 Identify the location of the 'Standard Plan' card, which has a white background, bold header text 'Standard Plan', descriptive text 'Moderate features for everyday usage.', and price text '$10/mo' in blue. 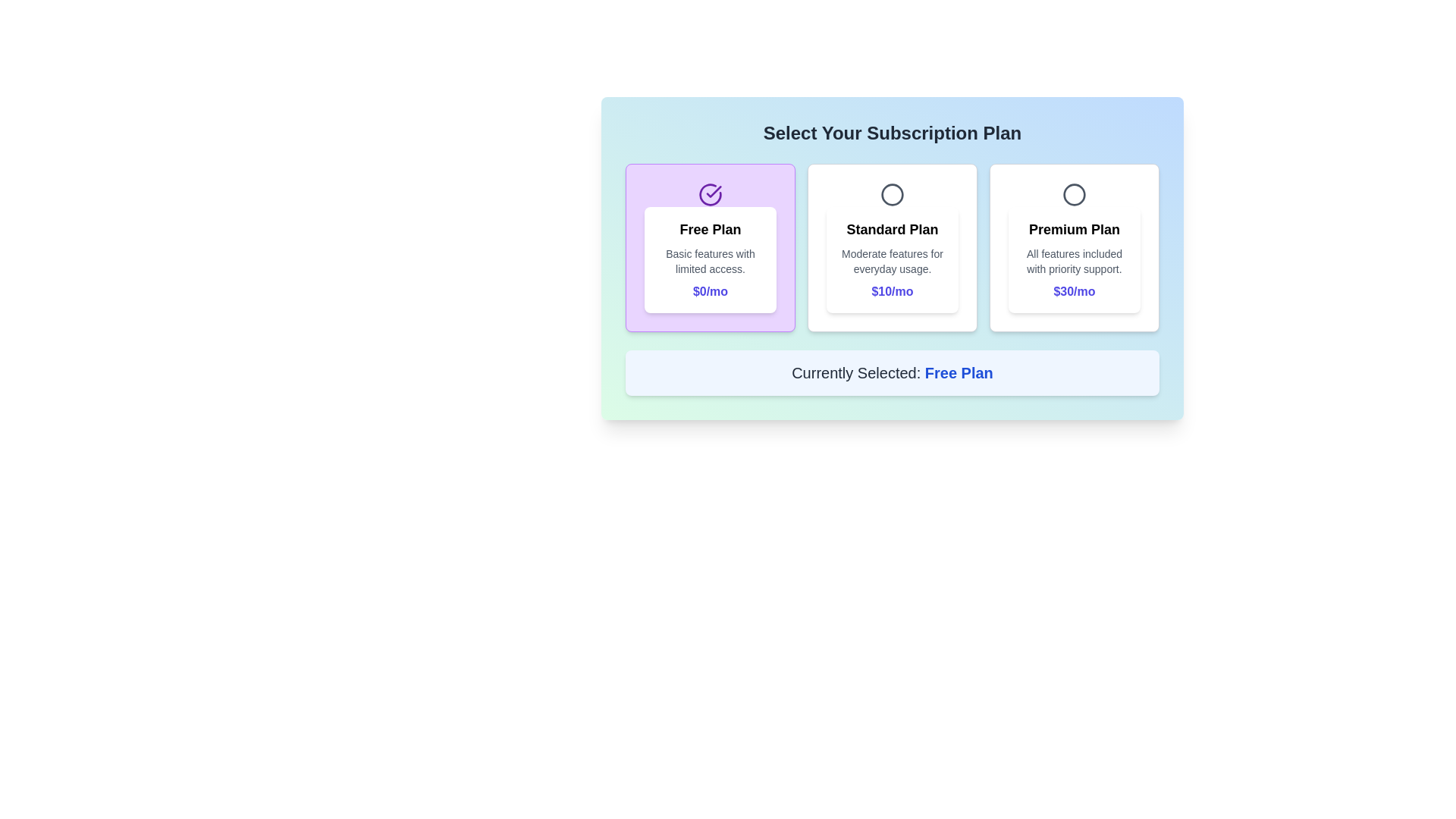
(892, 247).